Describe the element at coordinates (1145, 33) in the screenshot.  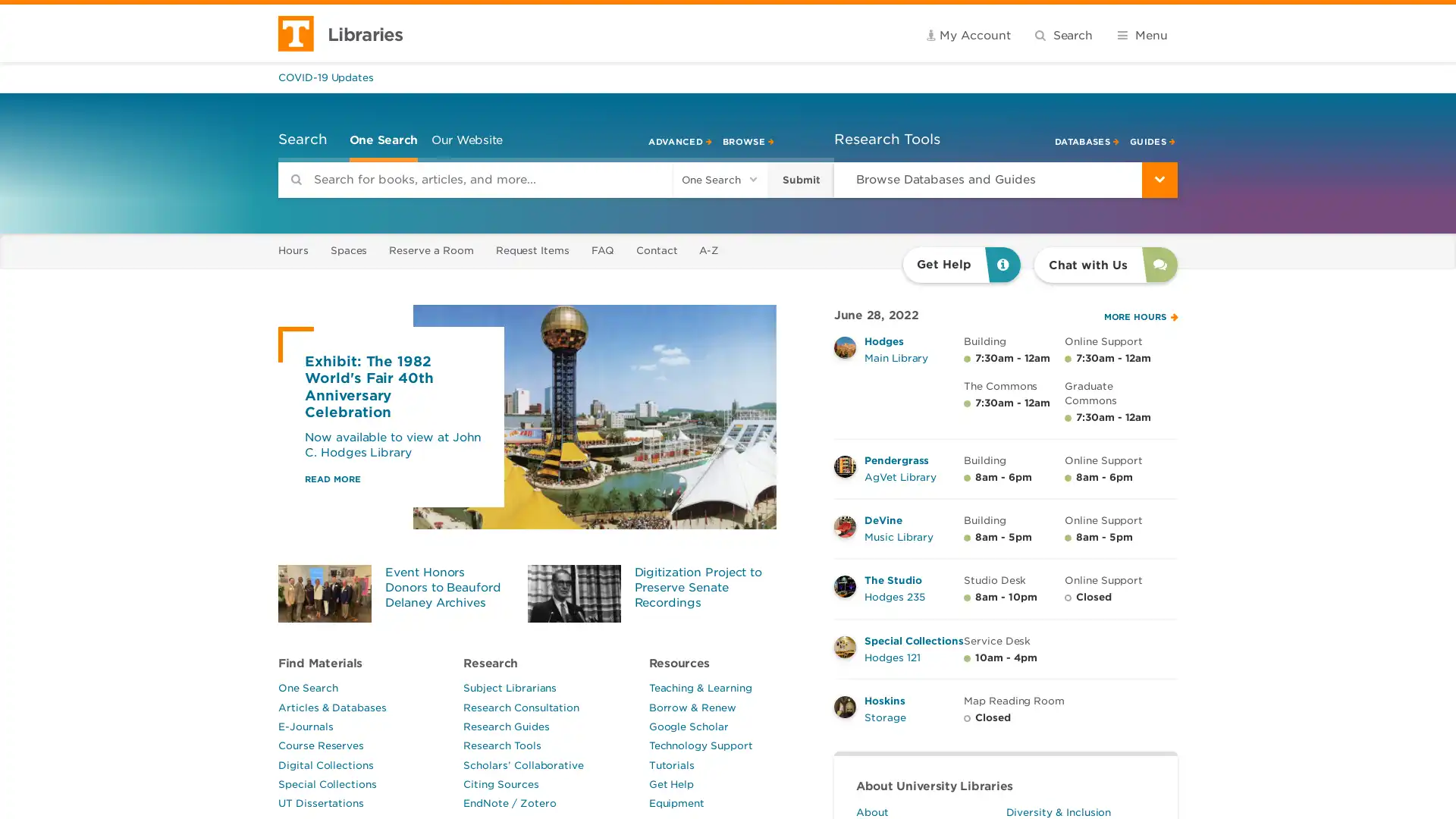
I see `Submit search` at that location.